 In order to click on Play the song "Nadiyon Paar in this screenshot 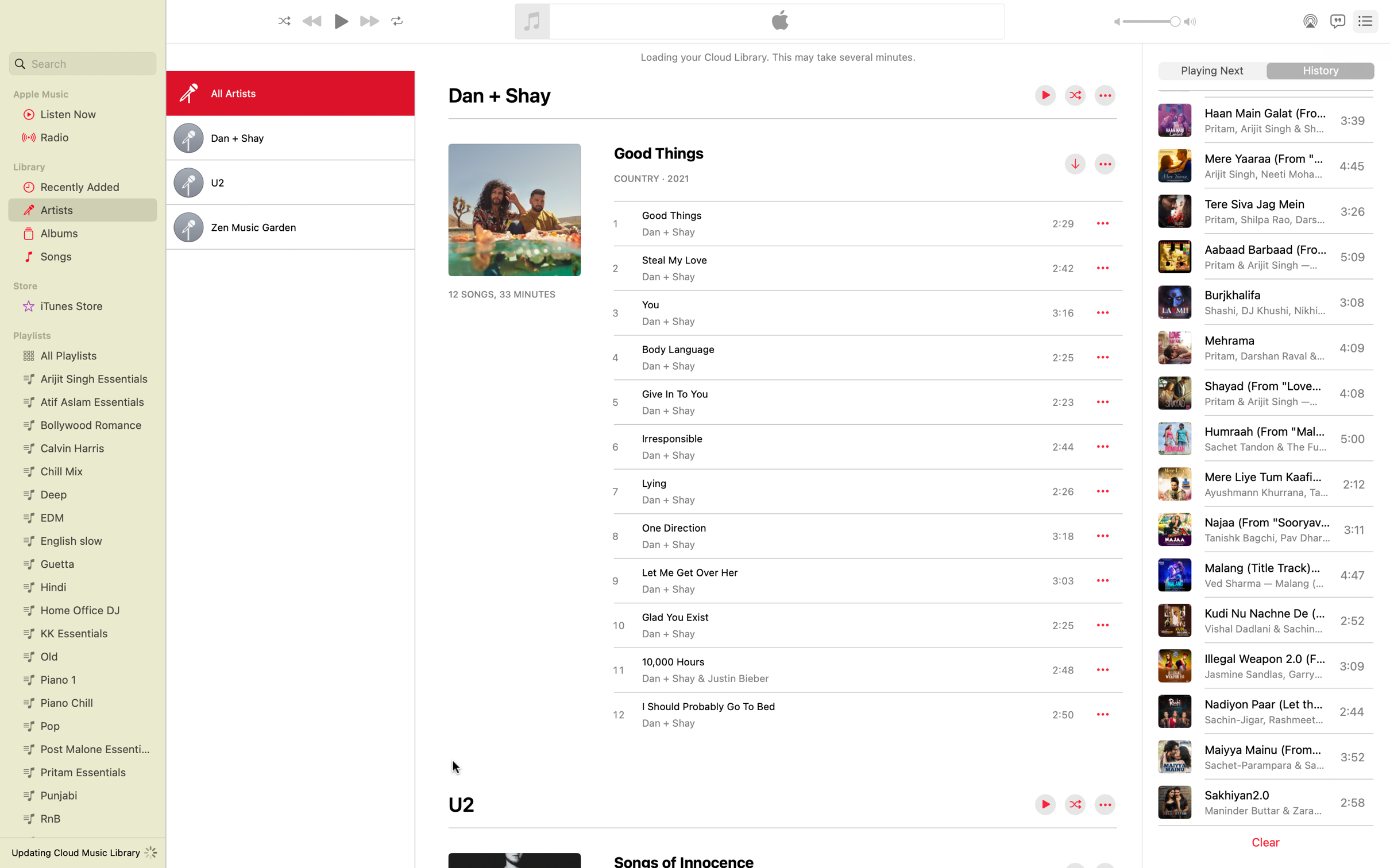, I will do `click(1262, 710)`.